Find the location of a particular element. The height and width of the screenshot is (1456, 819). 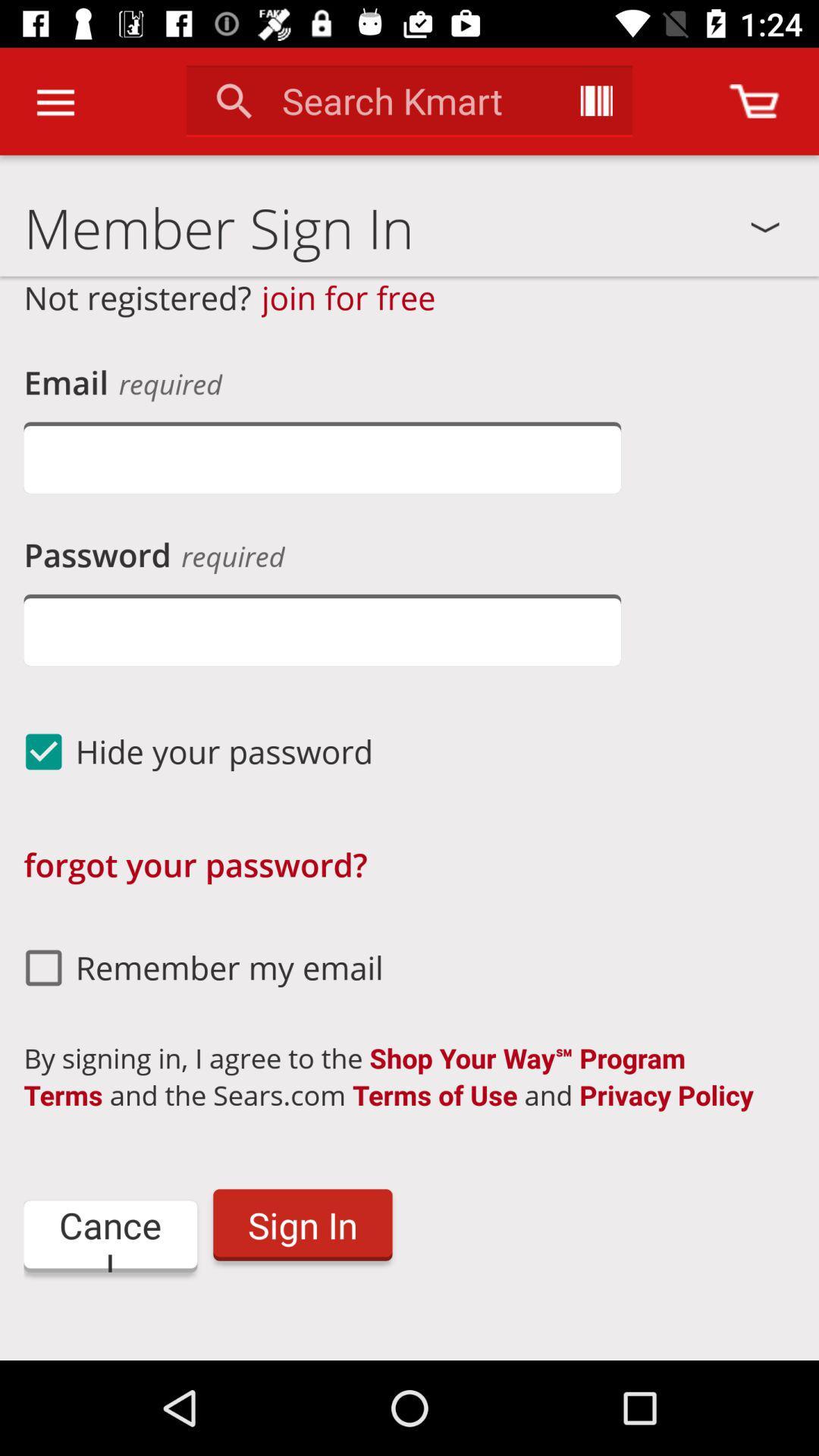

item to the left of the sign in item is located at coordinates (109, 1236).